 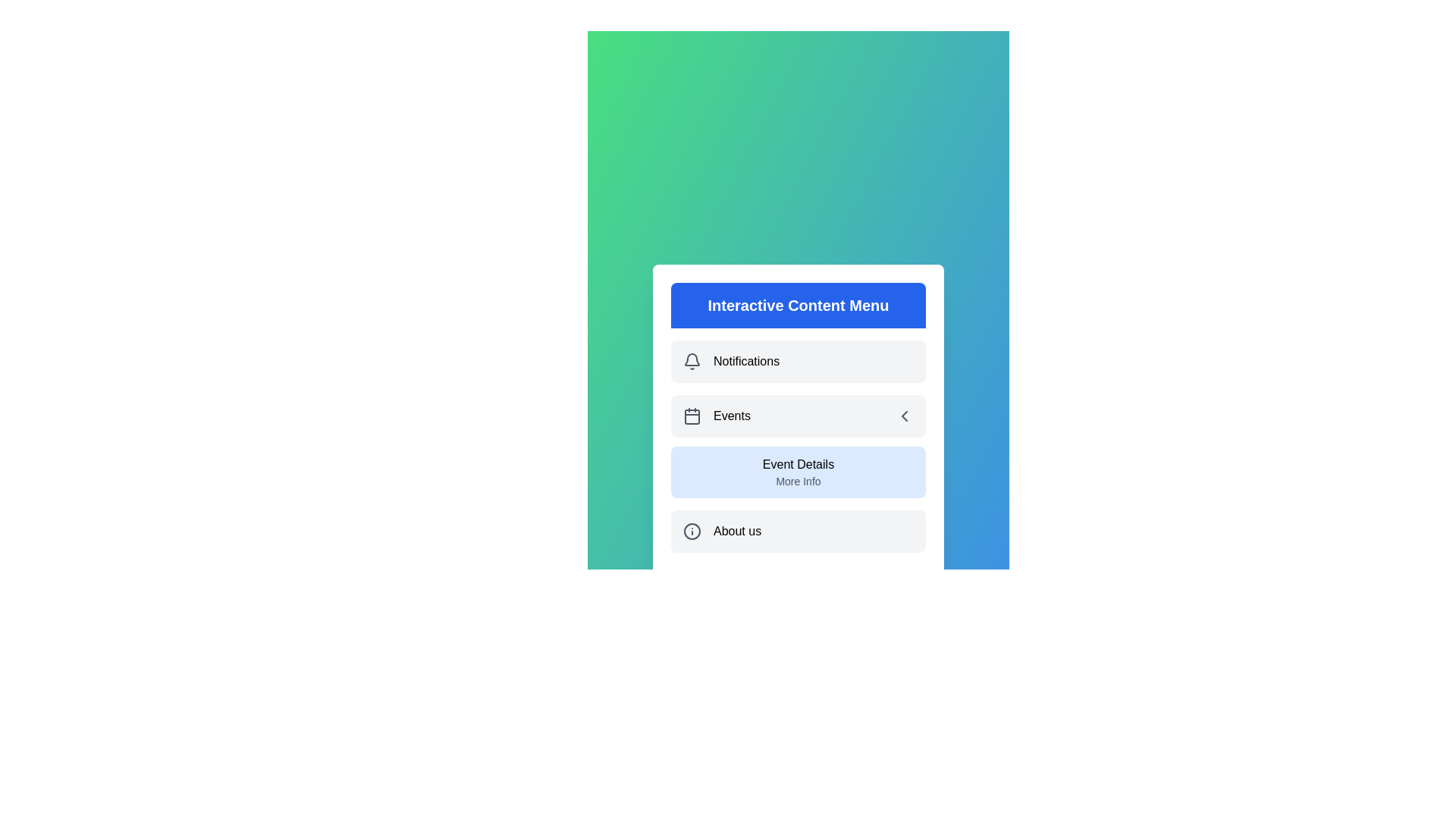 I want to click on the 'Events' menu item to toggle the visibility of its submenu, so click(x=797, y=416).